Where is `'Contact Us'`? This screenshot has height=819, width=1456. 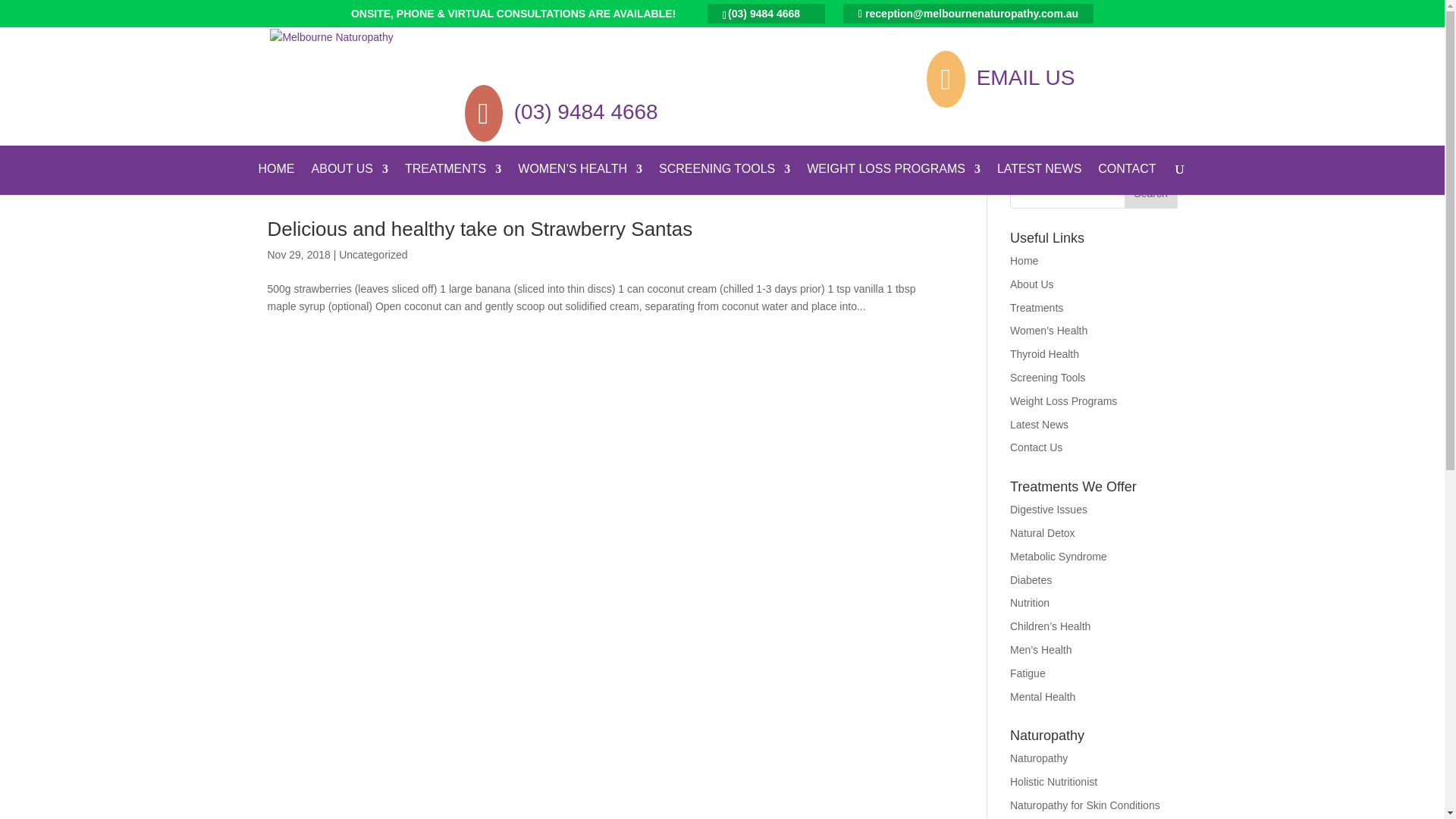
'Contact Us' is located at coordinates (1035, 447).